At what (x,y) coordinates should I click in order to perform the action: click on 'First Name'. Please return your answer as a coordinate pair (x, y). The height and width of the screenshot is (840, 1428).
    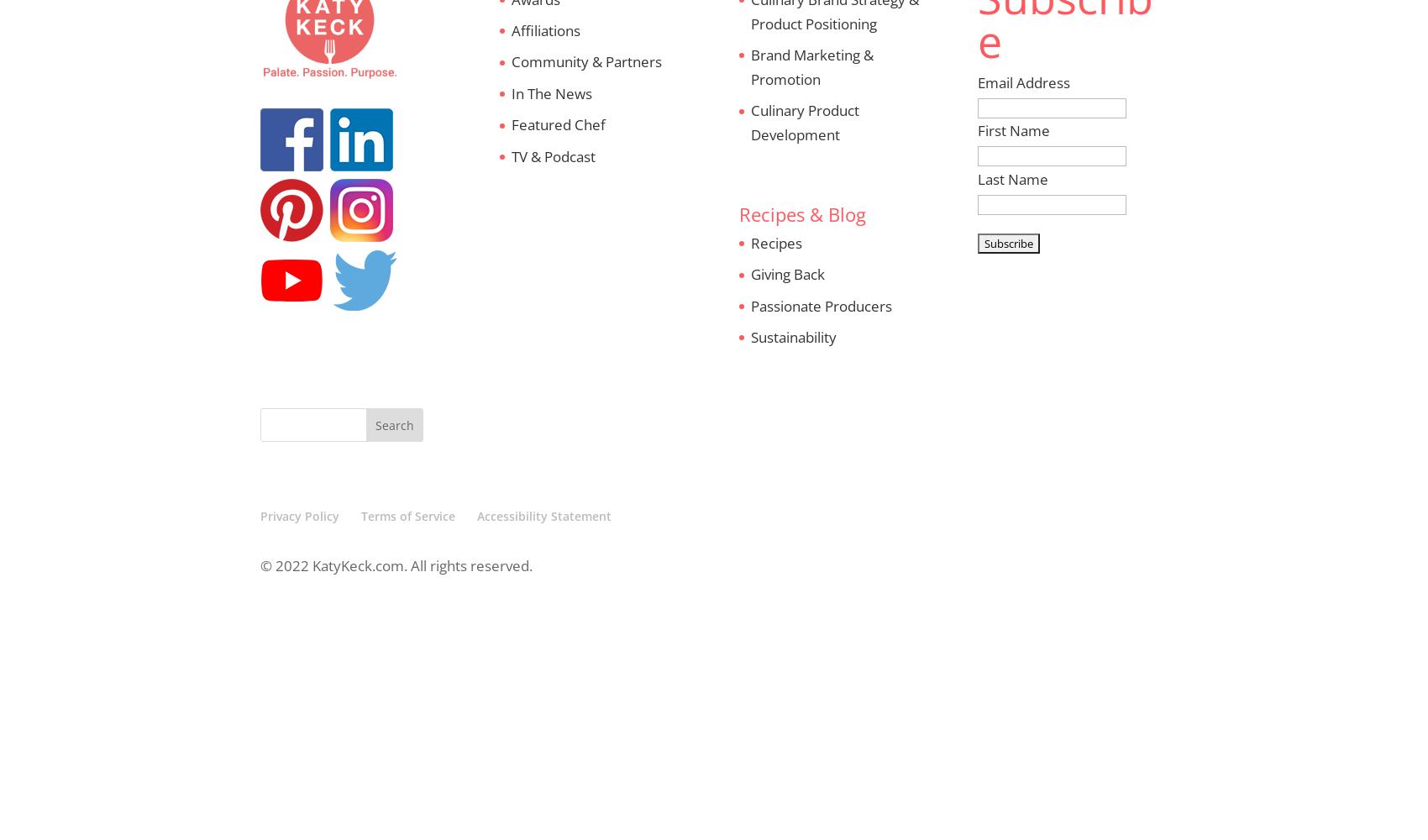
    Looking at the image, I should click on (977, 130).